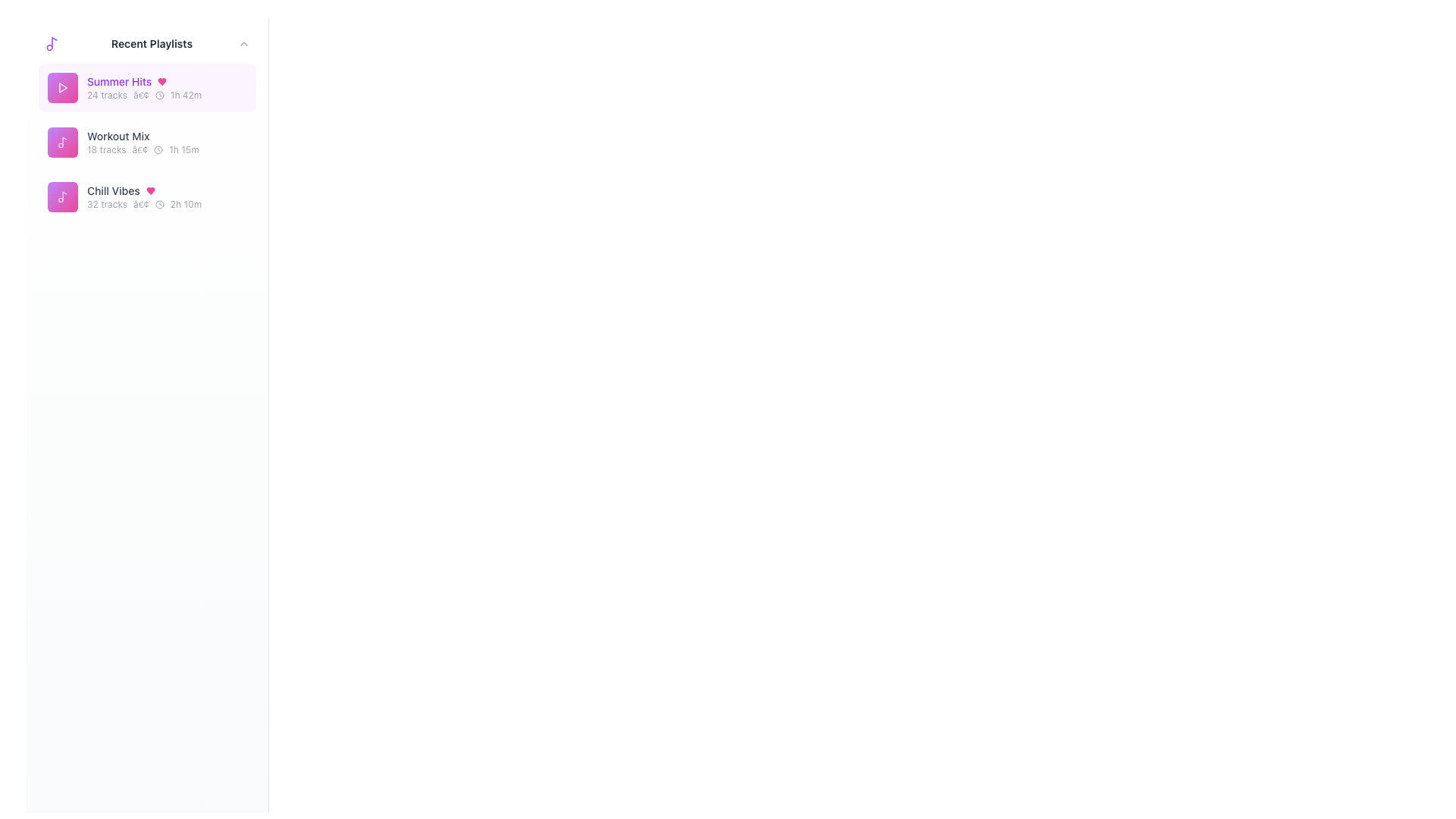  What do you see at coordinates (64, 141) in the screenshot?
I see `the musical note icon representing the 'Workout Mix' playlist, which is centrally aligned within the square-shaped image preceding the text label` at bounding box center [64, 141].